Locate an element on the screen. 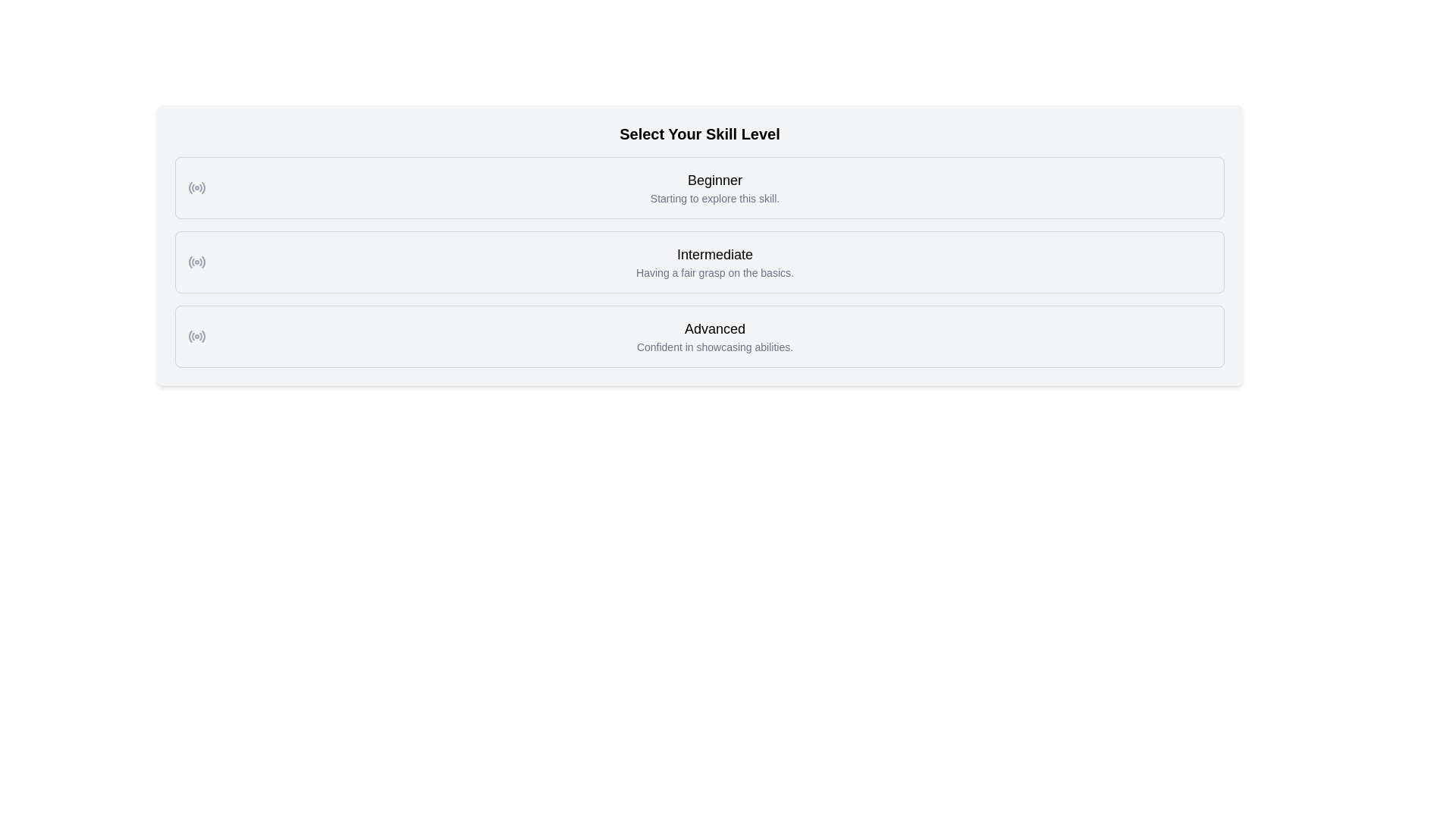  the 'Beginner' level text label, which is located under the 'Select Your Skill Level' heading and above the 'Intermediate' and 'Advanced' options is located at coordinates (714, 180).